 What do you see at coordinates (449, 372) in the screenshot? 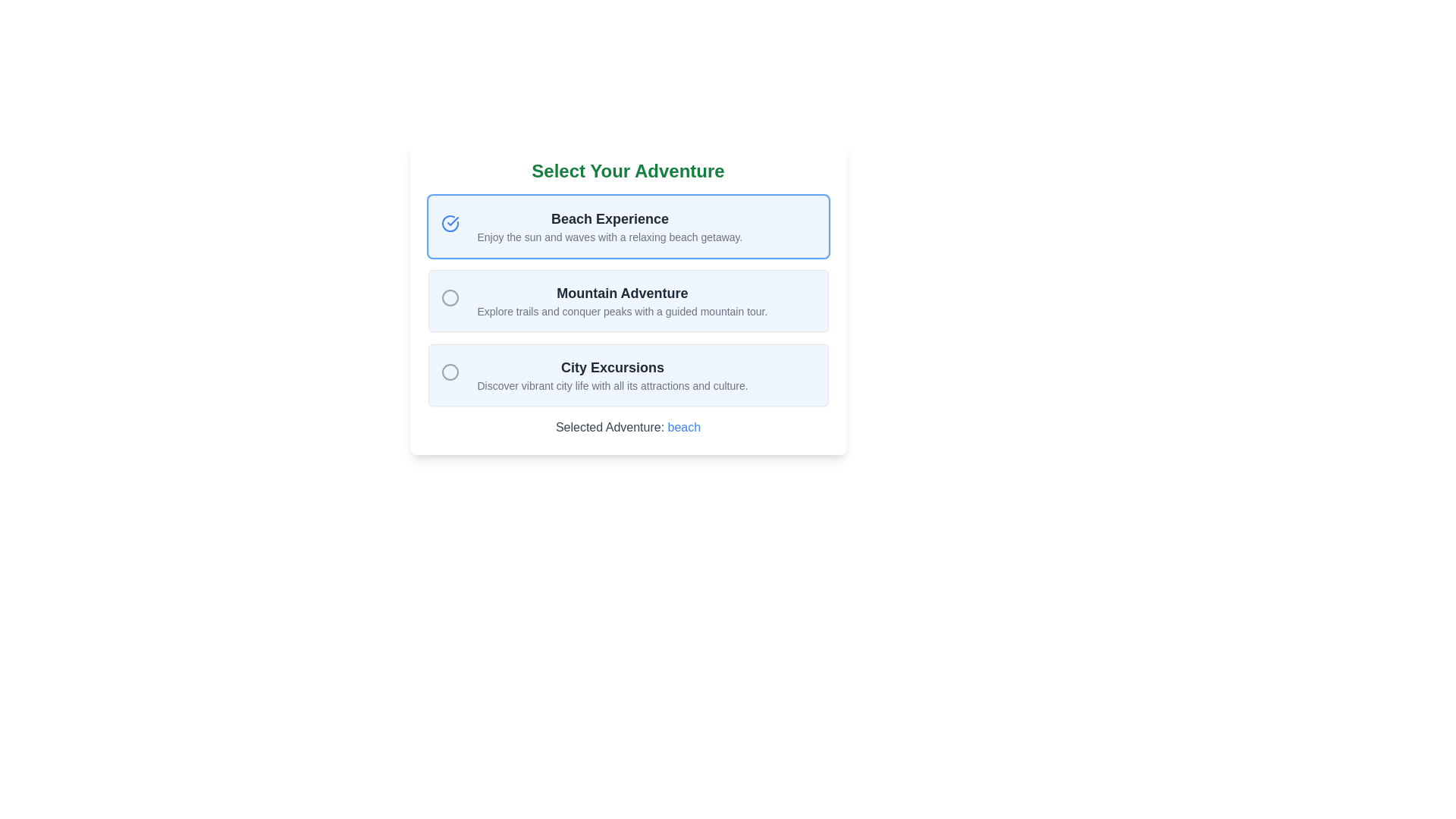
I see `the third circular gray icon with a thin border located to the left of the 'City Excursions' option in the 'Select Your Adventure' selection panel` at bounding box center [449, 372].